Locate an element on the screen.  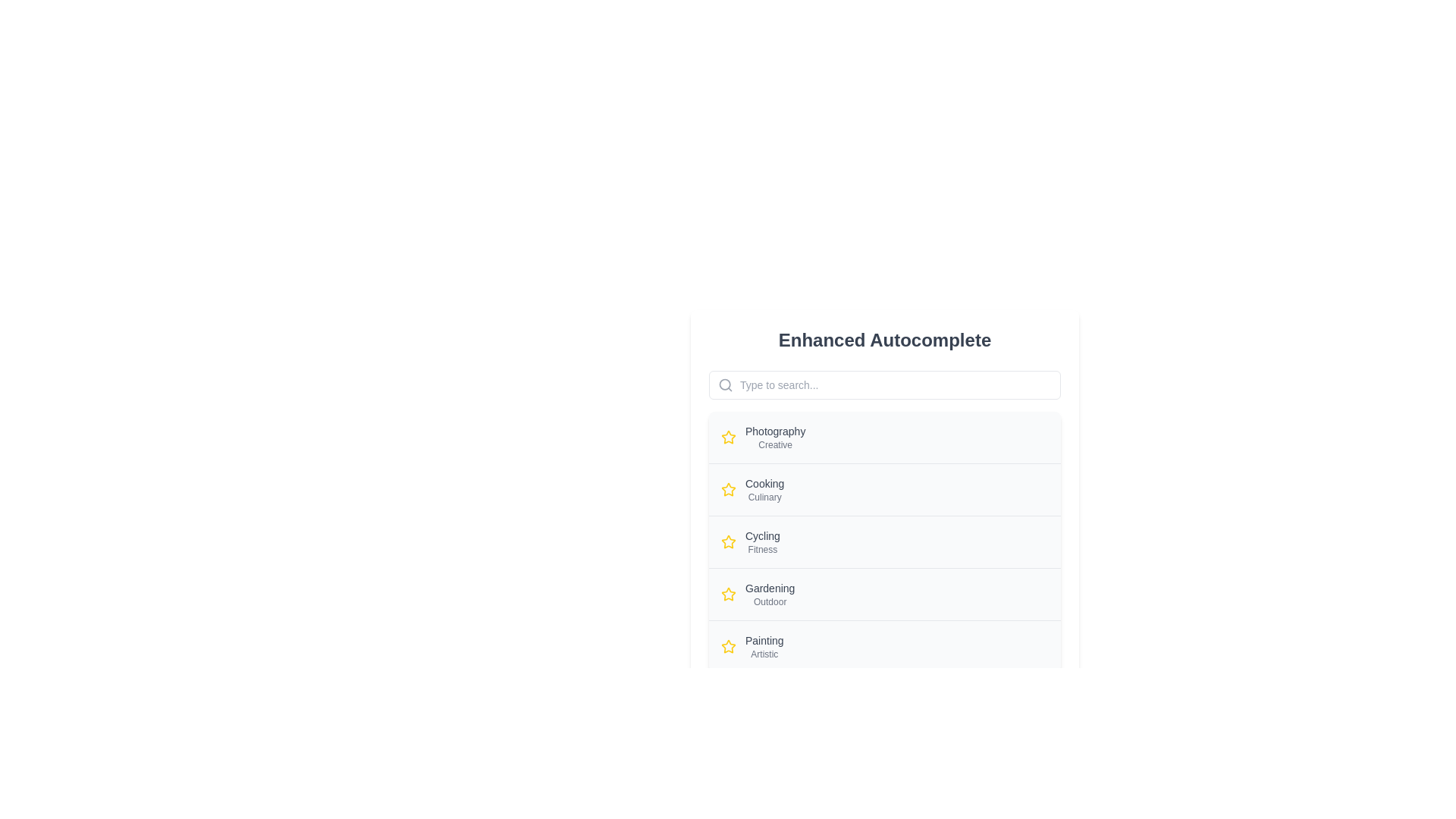
the selectable list item labeled 'Cooking' is located at coordinates (884, 500).